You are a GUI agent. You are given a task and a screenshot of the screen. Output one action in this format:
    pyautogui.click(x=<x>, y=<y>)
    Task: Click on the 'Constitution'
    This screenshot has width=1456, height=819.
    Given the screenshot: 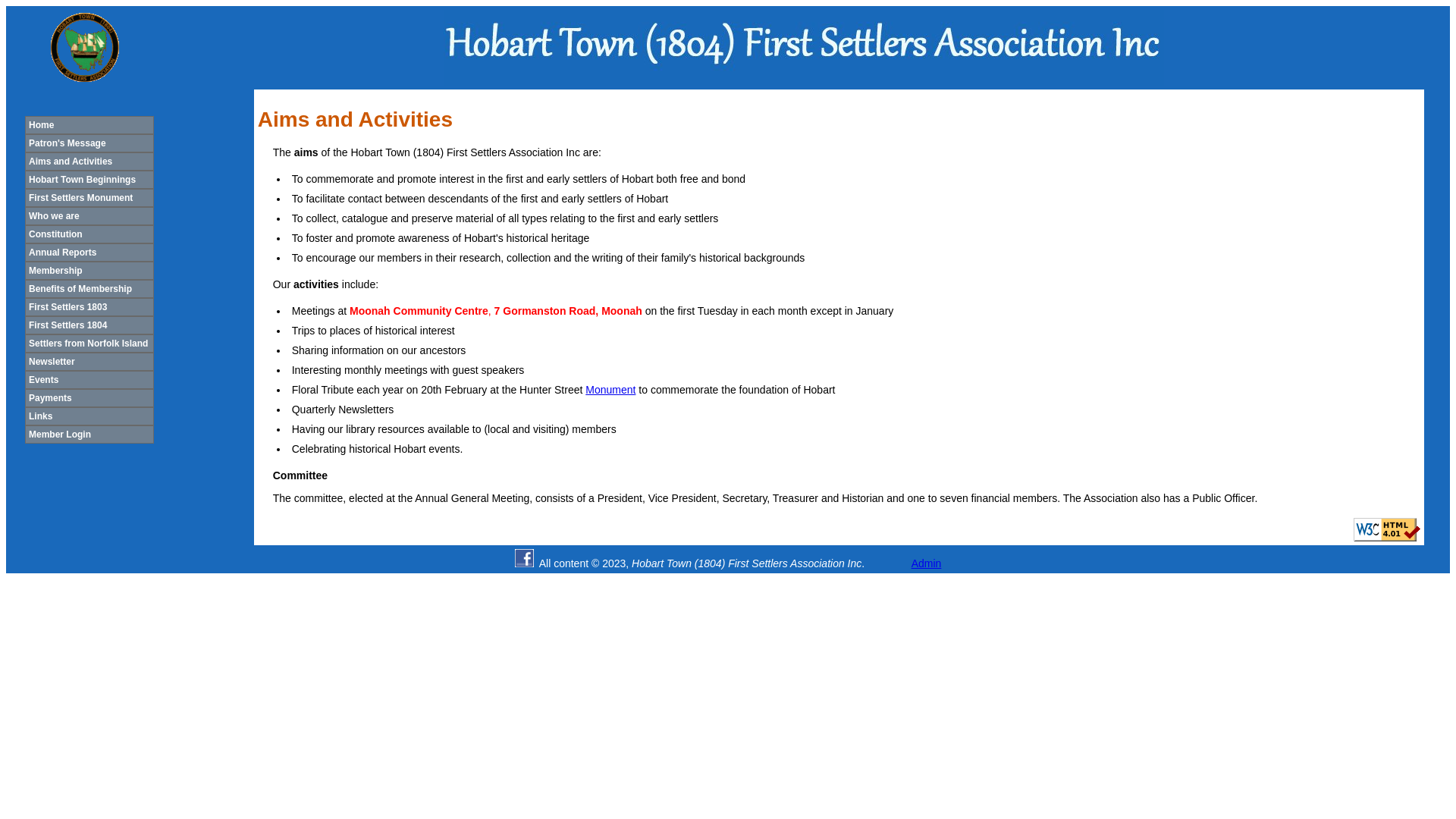 What is the action you would take?
    pyautogui.click(x=89, y=234)
    